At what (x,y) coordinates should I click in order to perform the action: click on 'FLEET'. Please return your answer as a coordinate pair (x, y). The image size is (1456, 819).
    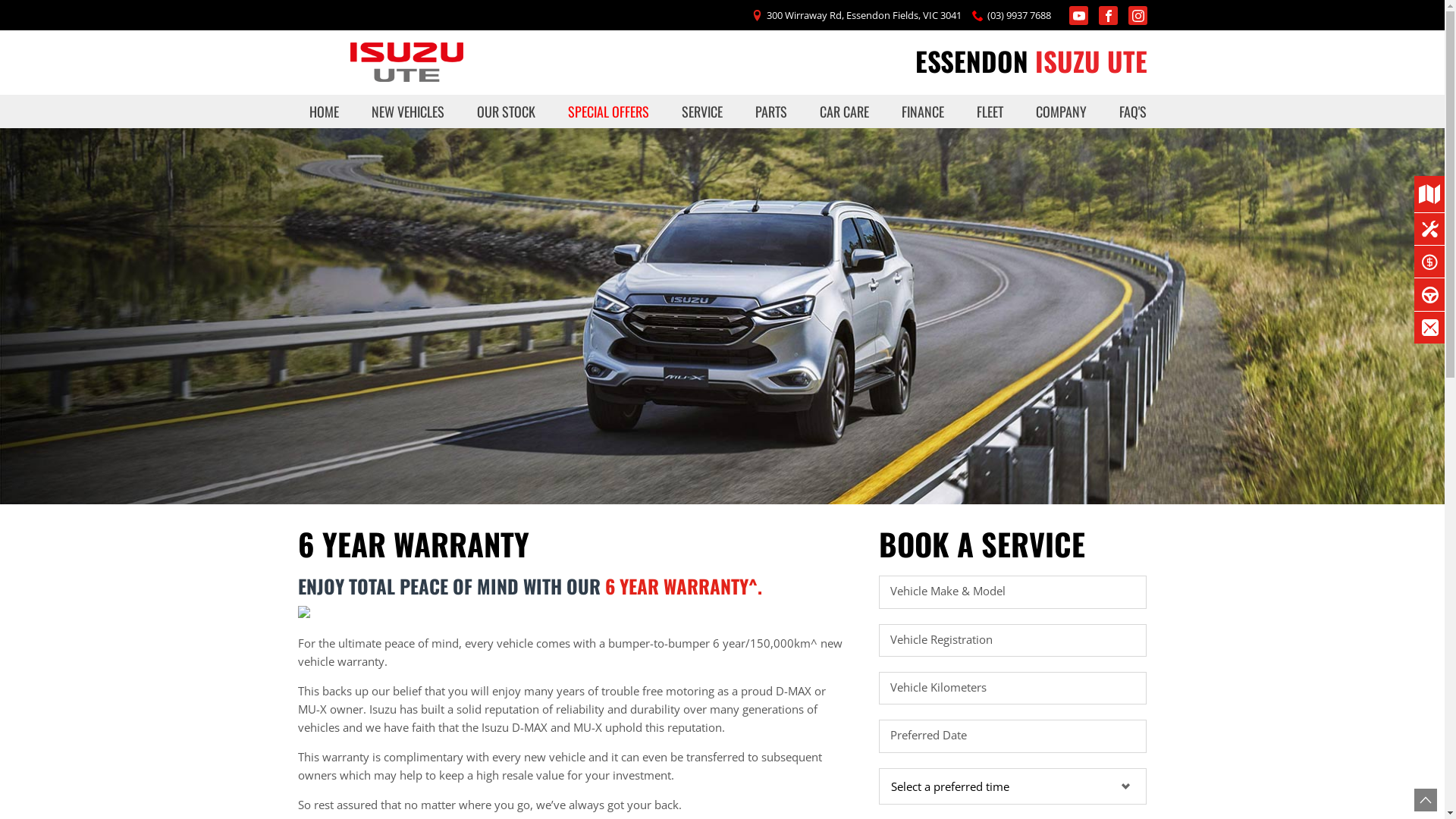
    Looking at the image, I should click on (990, 110).